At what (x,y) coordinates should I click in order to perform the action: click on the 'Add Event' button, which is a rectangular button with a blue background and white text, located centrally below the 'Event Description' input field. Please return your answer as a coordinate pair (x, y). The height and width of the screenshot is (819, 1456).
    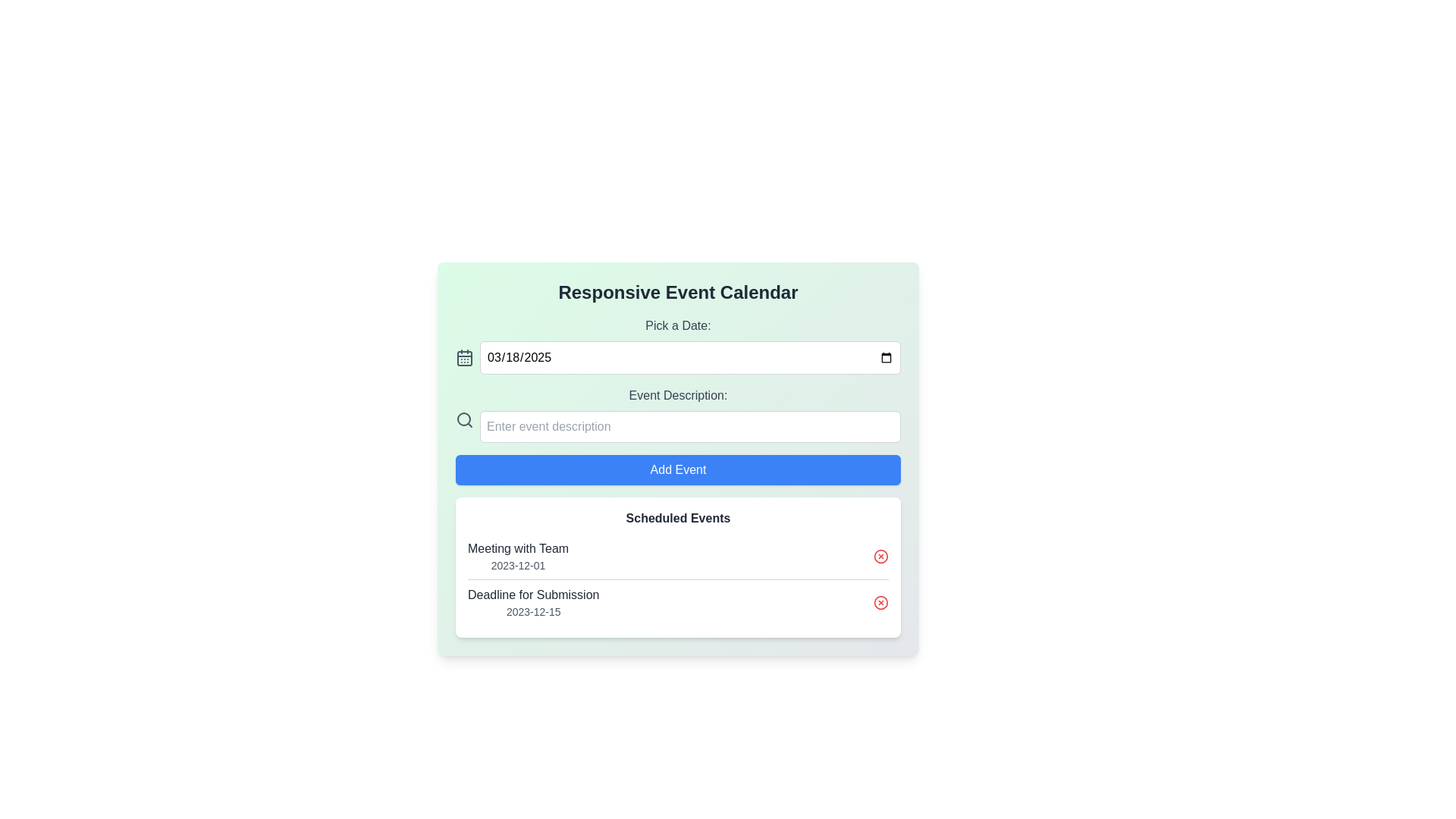
    Looking at the image, I should click on (677, 469).